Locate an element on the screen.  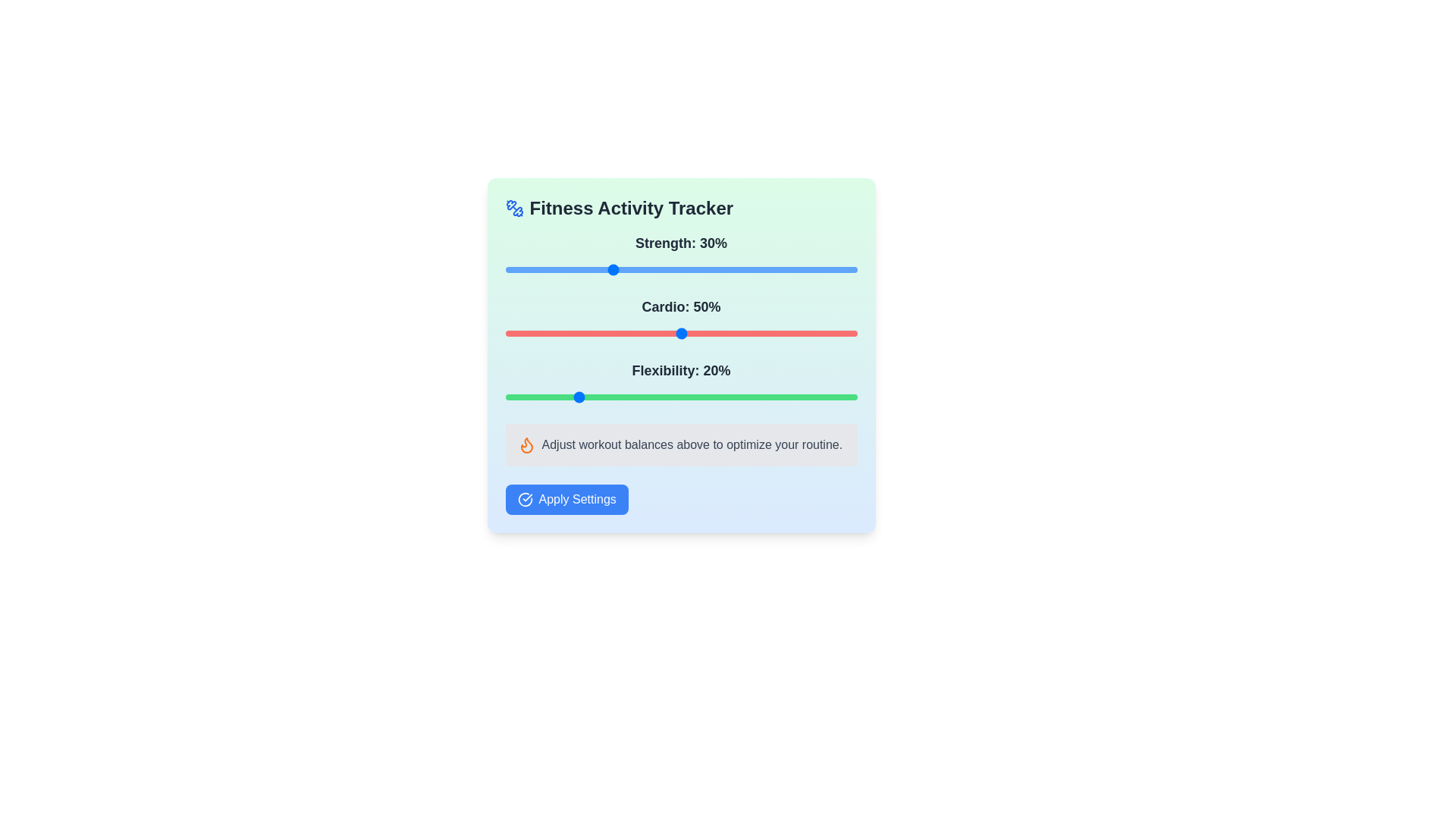
cardio level is located at coordinates (839, 332).